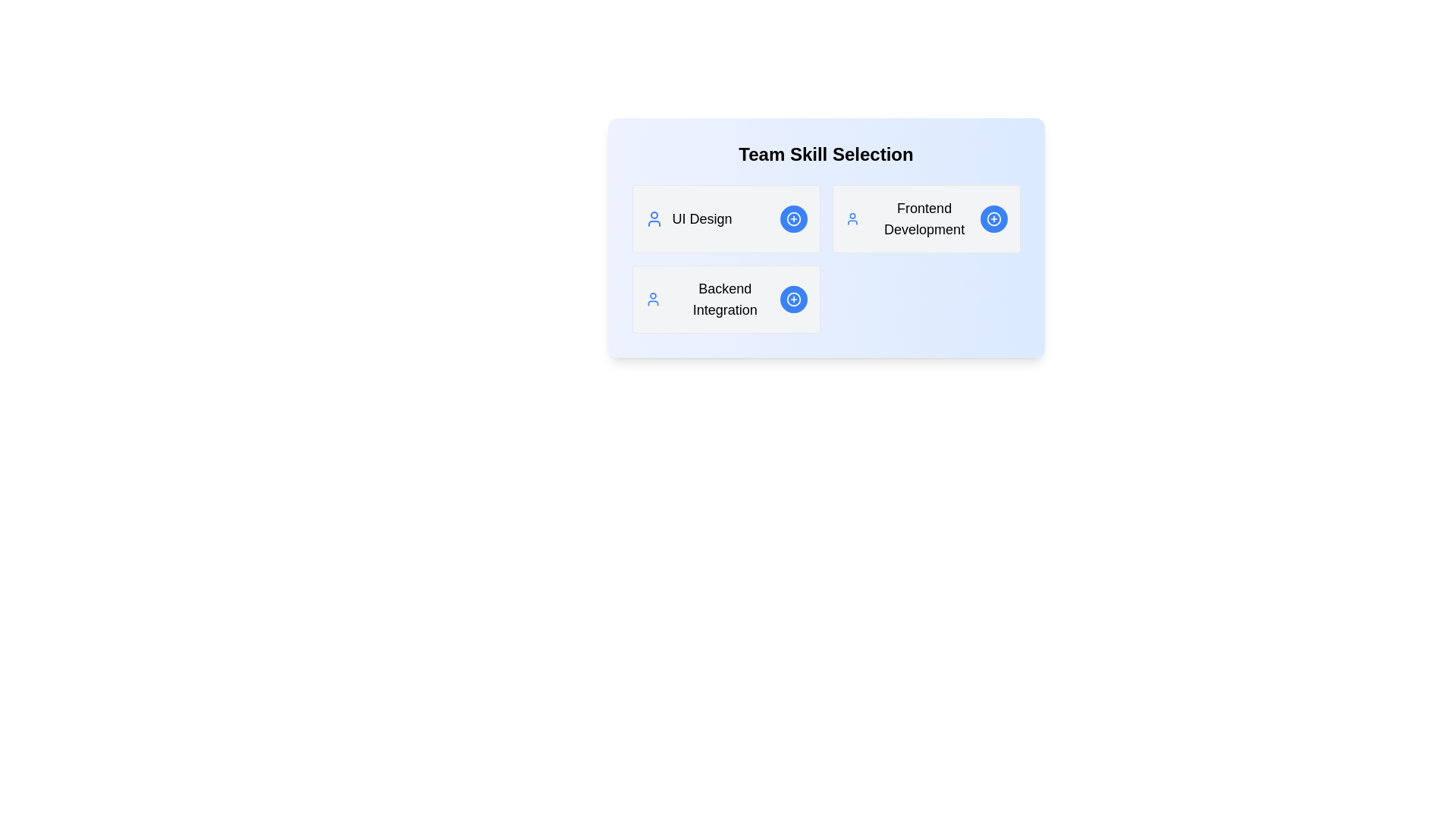  Describe the element at coordinates (725, 219) in the screenshot. I see `the details of the skill UI Design` at that location.